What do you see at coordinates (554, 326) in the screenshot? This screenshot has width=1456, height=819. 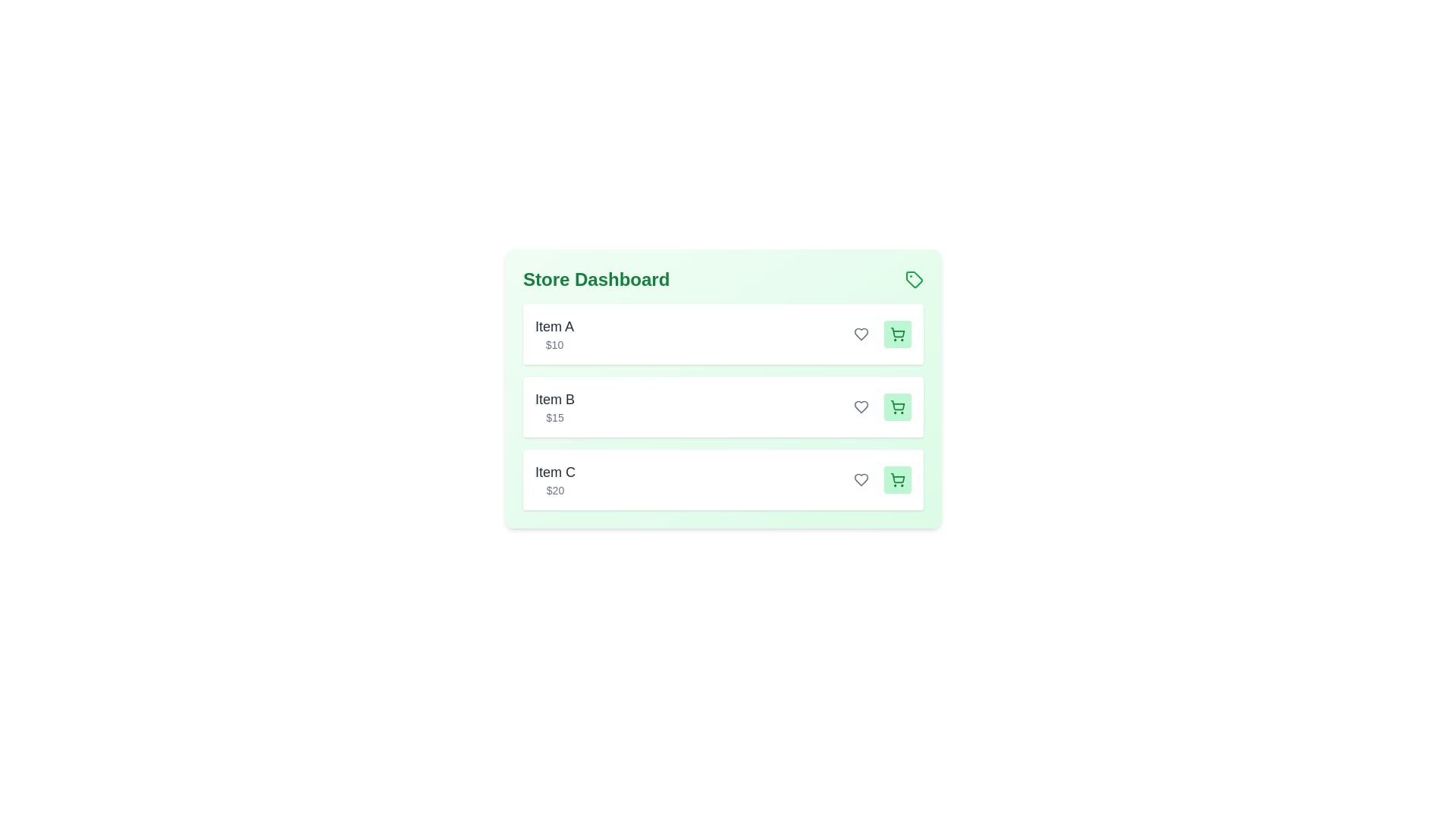 I see `the bold black text label reading 'Item A', which is the primary title in the first entry of the list on the dashboard interface, positioned above the price label '$10'` at bounding box center [554, 326].